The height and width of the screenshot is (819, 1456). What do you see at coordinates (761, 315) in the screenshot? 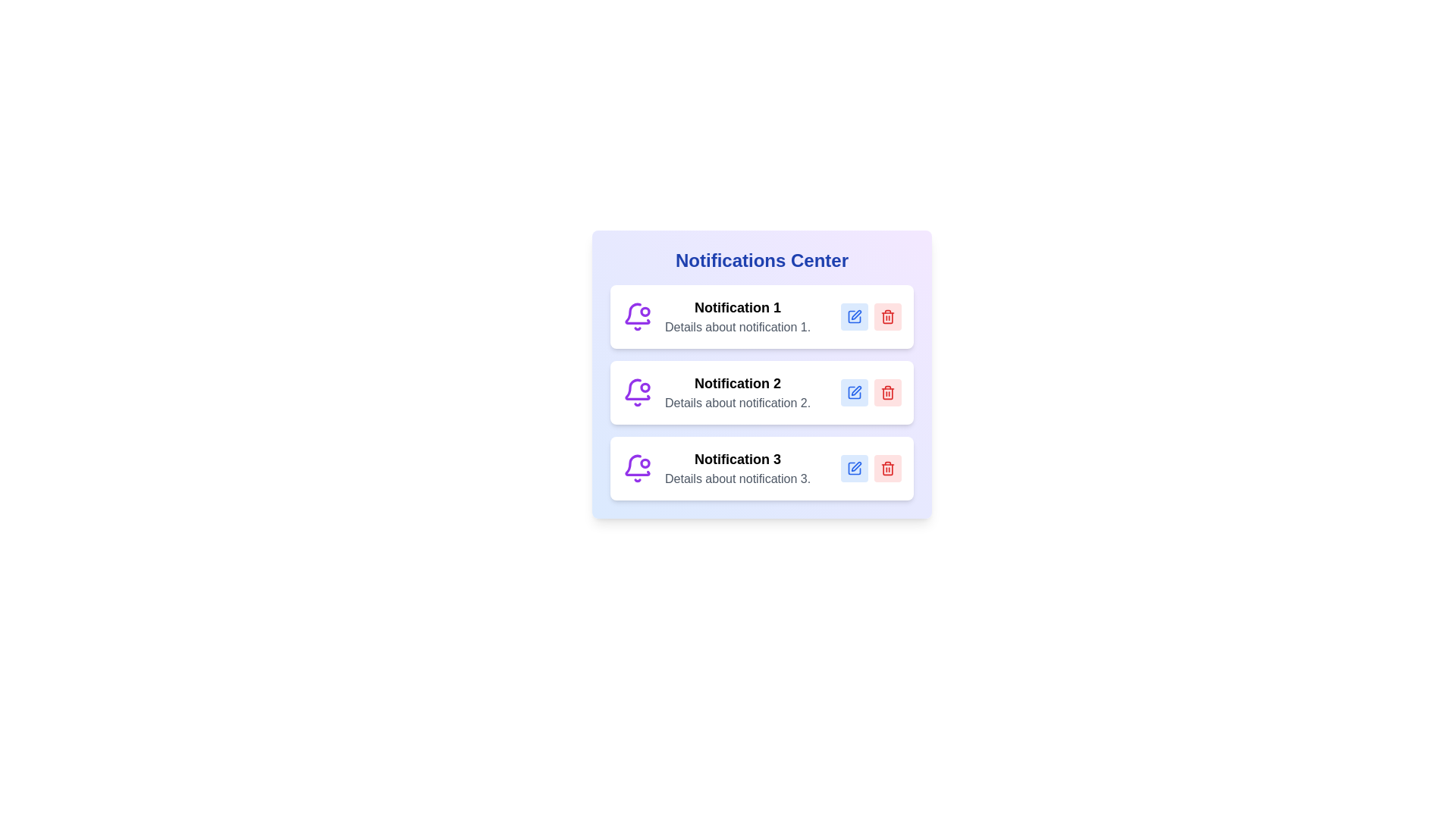
I see `the Notification card with the title 'Notification 1' and subtitle 'Details about notification 1', which is the first item in the notification center list` at bounding box center [761, 315].